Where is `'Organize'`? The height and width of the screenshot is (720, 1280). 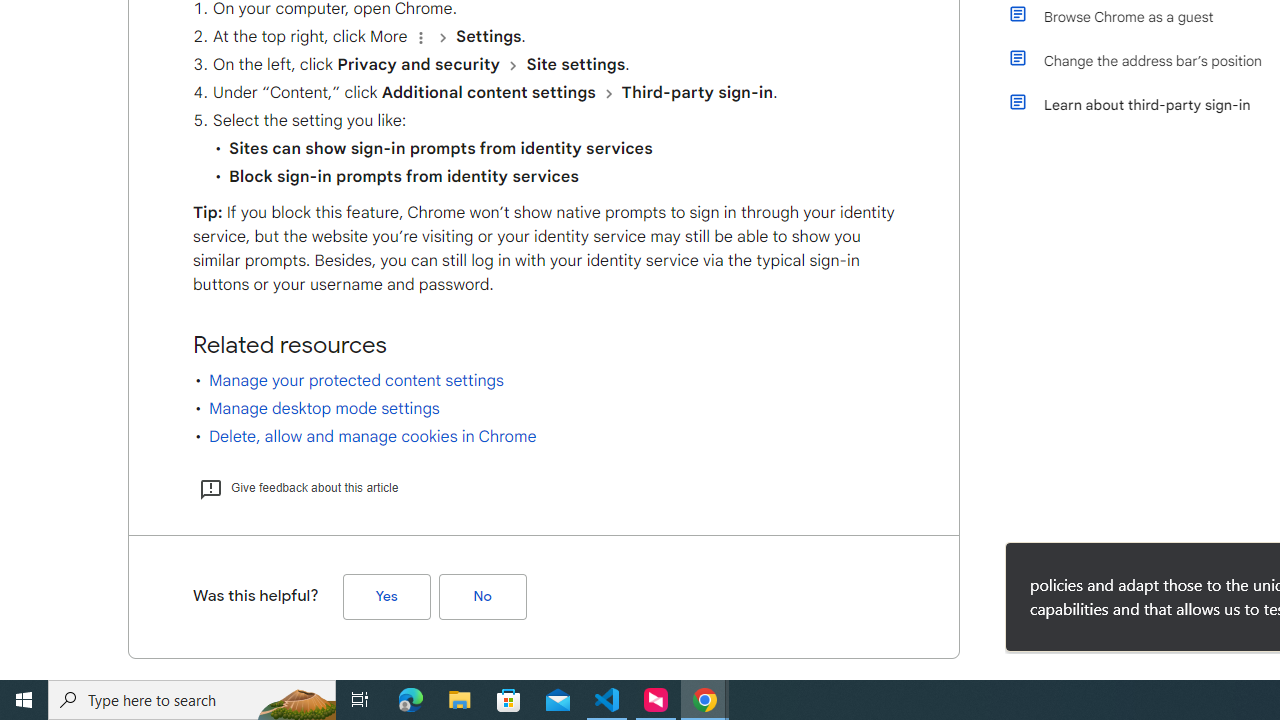 'Organize' is located at coordinates (419, 37).